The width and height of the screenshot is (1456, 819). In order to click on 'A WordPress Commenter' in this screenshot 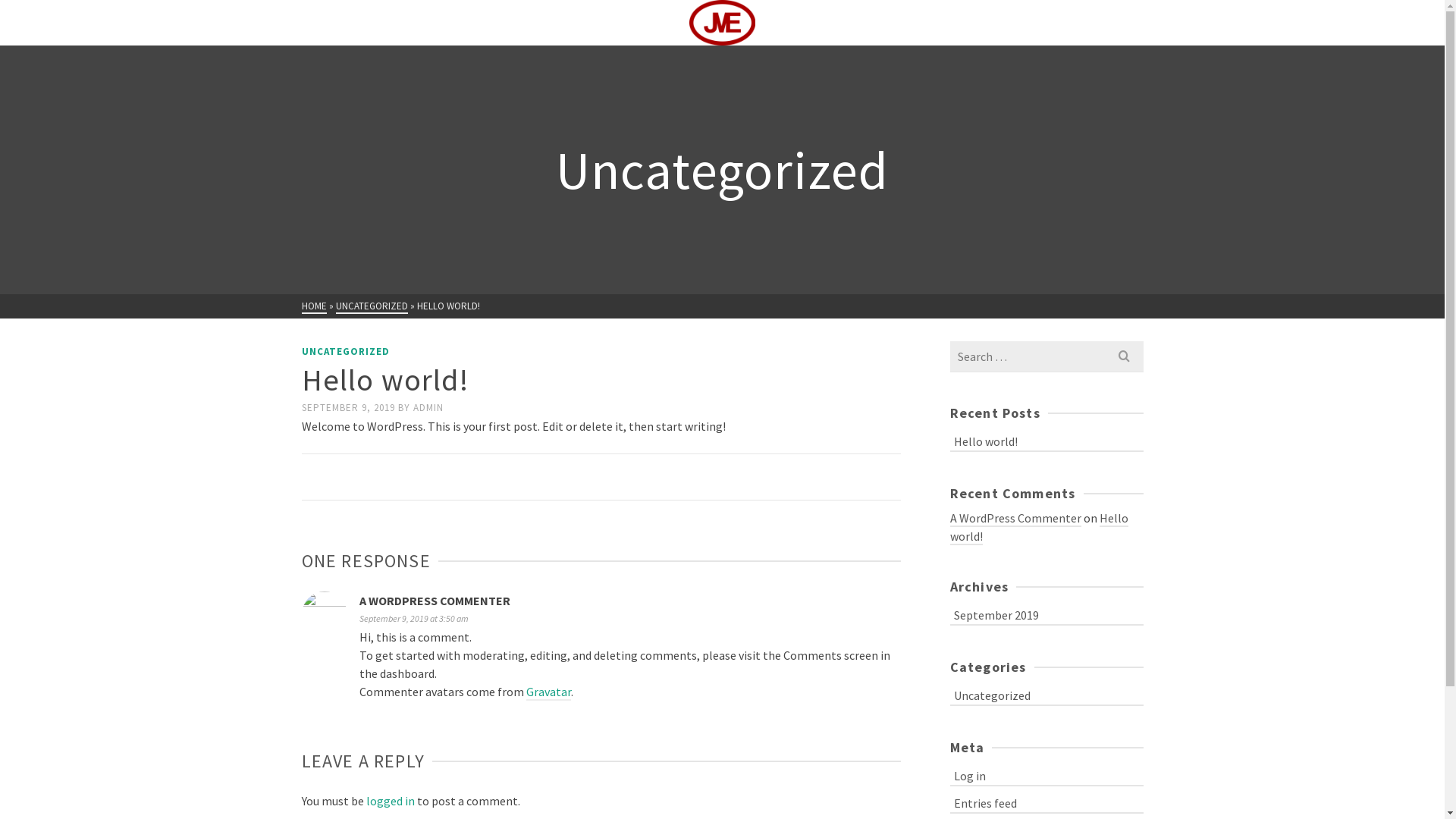, I will do `click(1015, 517)`.